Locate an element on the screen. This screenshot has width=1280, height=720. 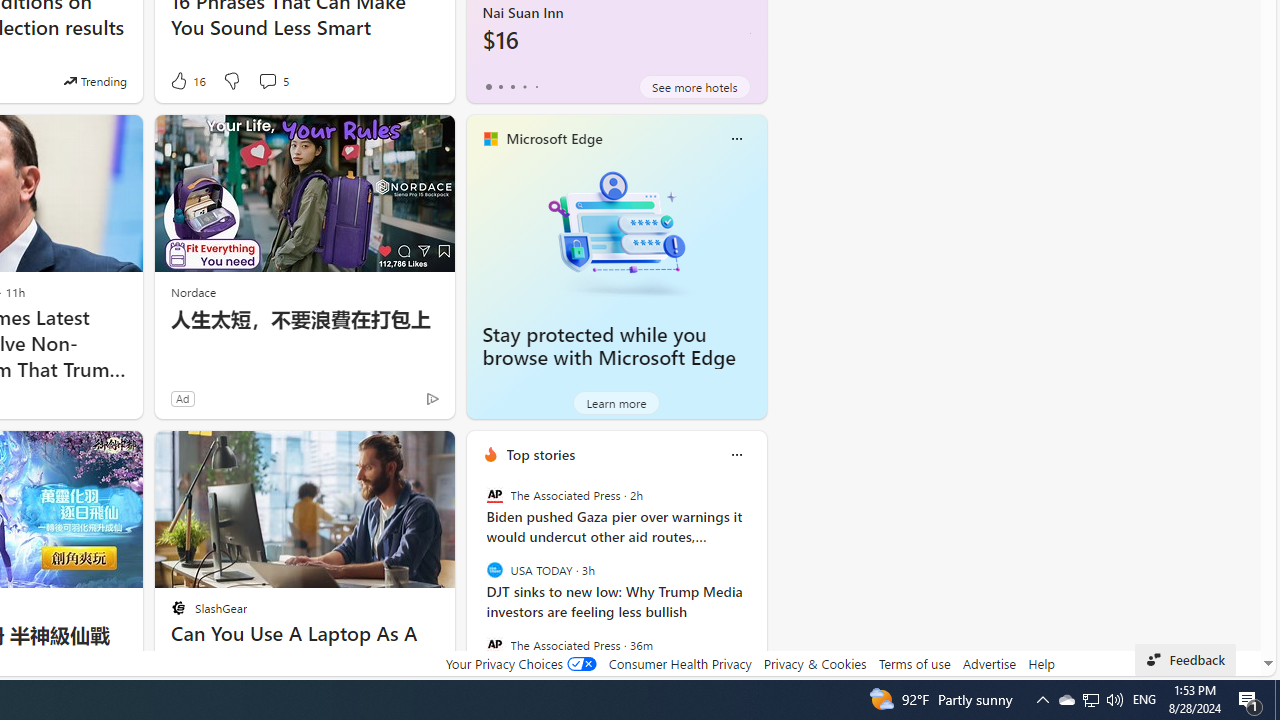
'USA TODAY' is located at coordinates (494, 570).